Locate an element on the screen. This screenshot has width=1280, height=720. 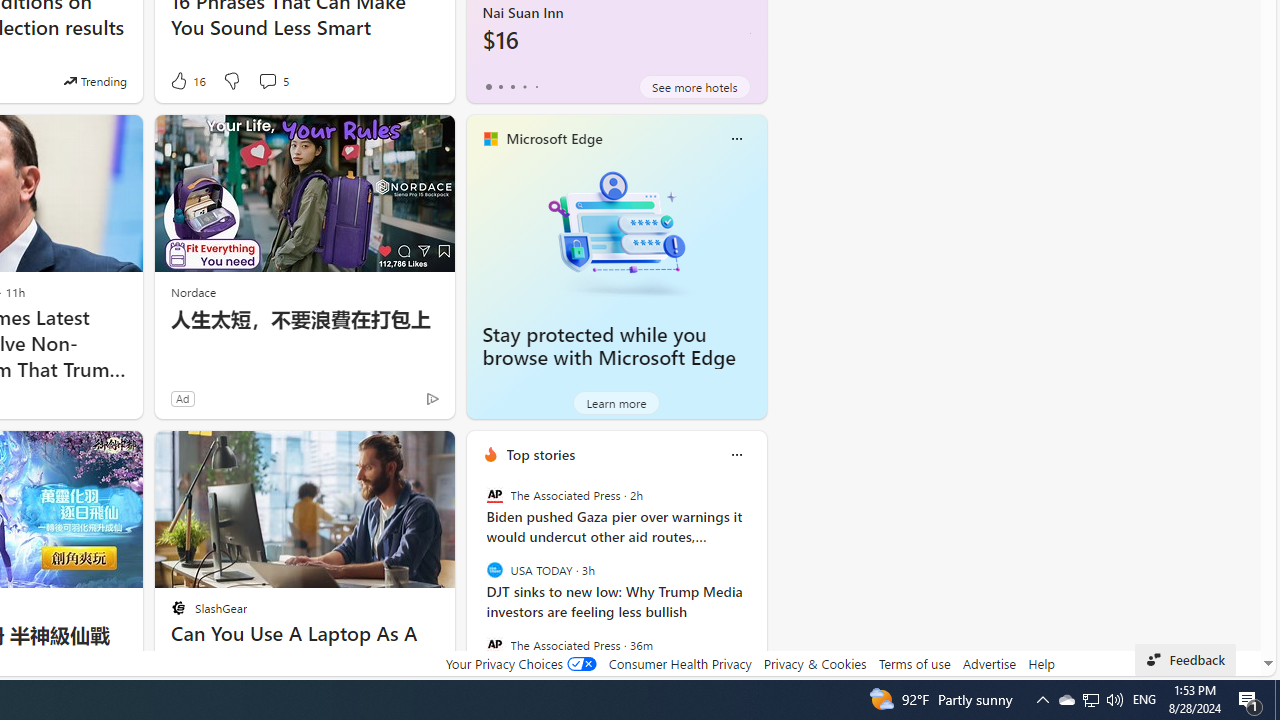
'USA TODAY' is located at coordinates (494, 570).